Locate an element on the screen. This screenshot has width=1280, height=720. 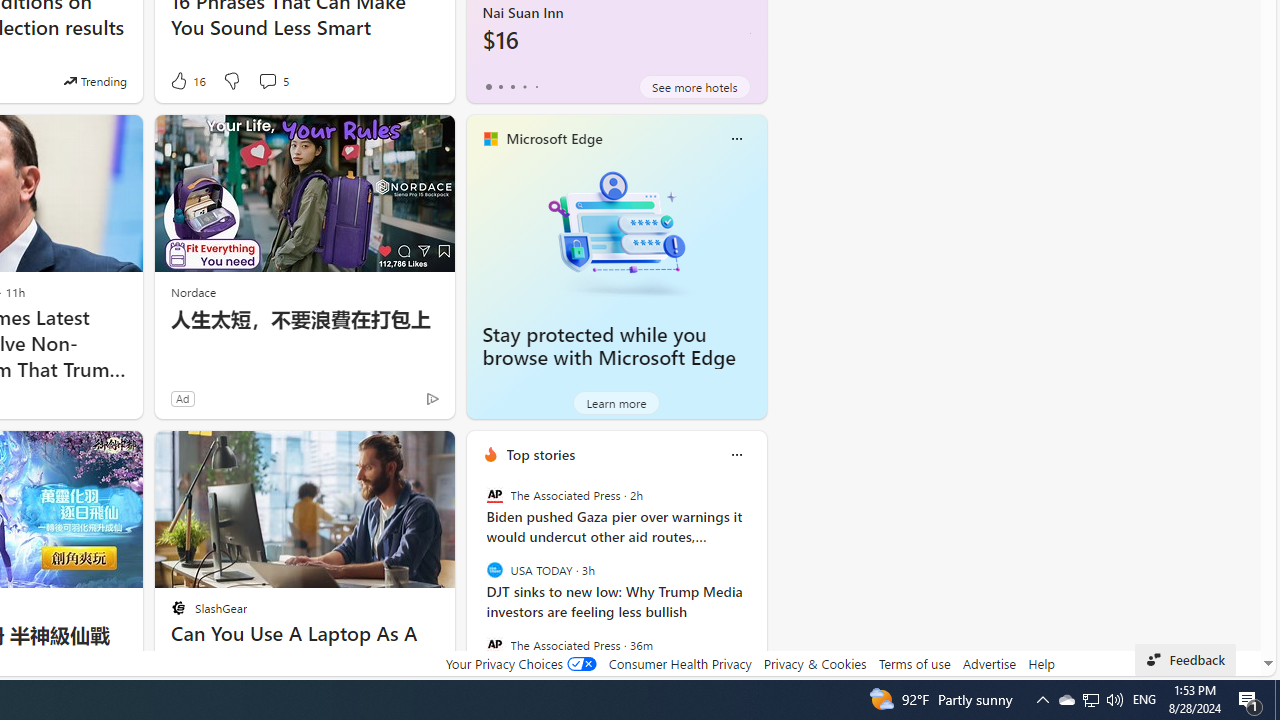
'USA TODAY' is located at coordinates (494, 570).